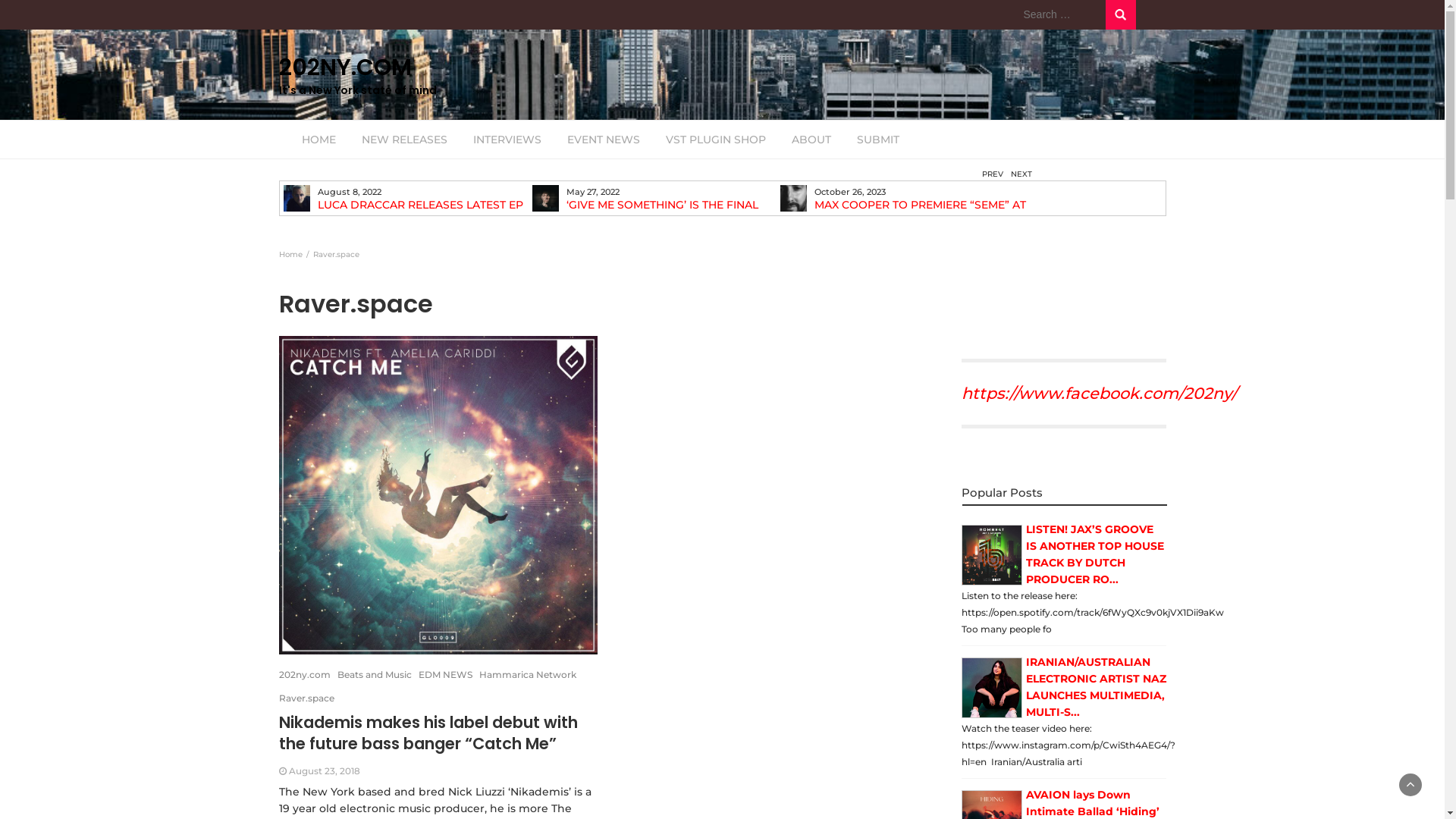 The image size is (1456, 819). I want to click on 'EVENT NEWS', so click(554, 140).